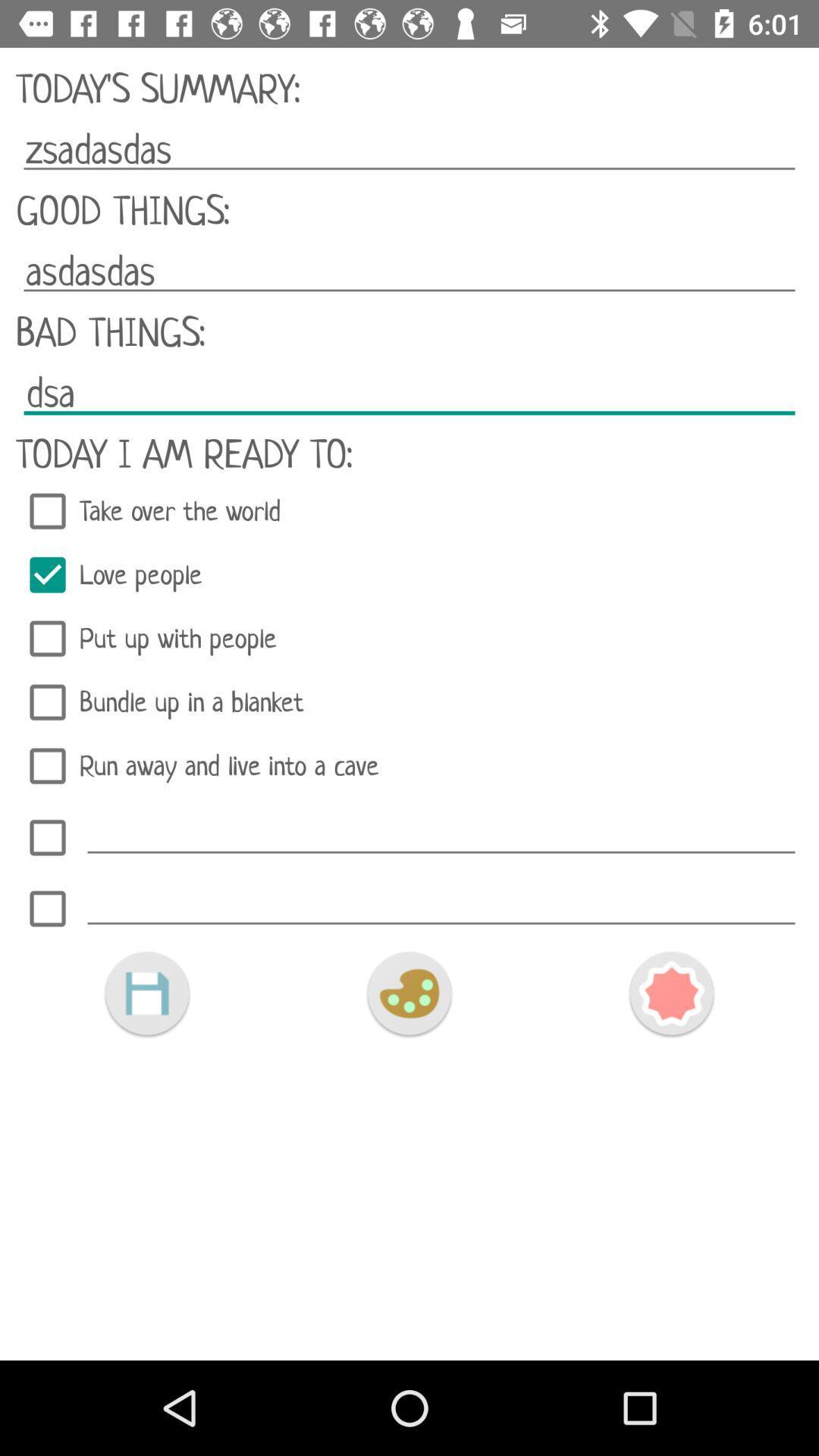 The image size is (819, 1456). What do you see at coordinates (441, 833) in the screenshot?
I see `activity` at bounding box center [441, 833].